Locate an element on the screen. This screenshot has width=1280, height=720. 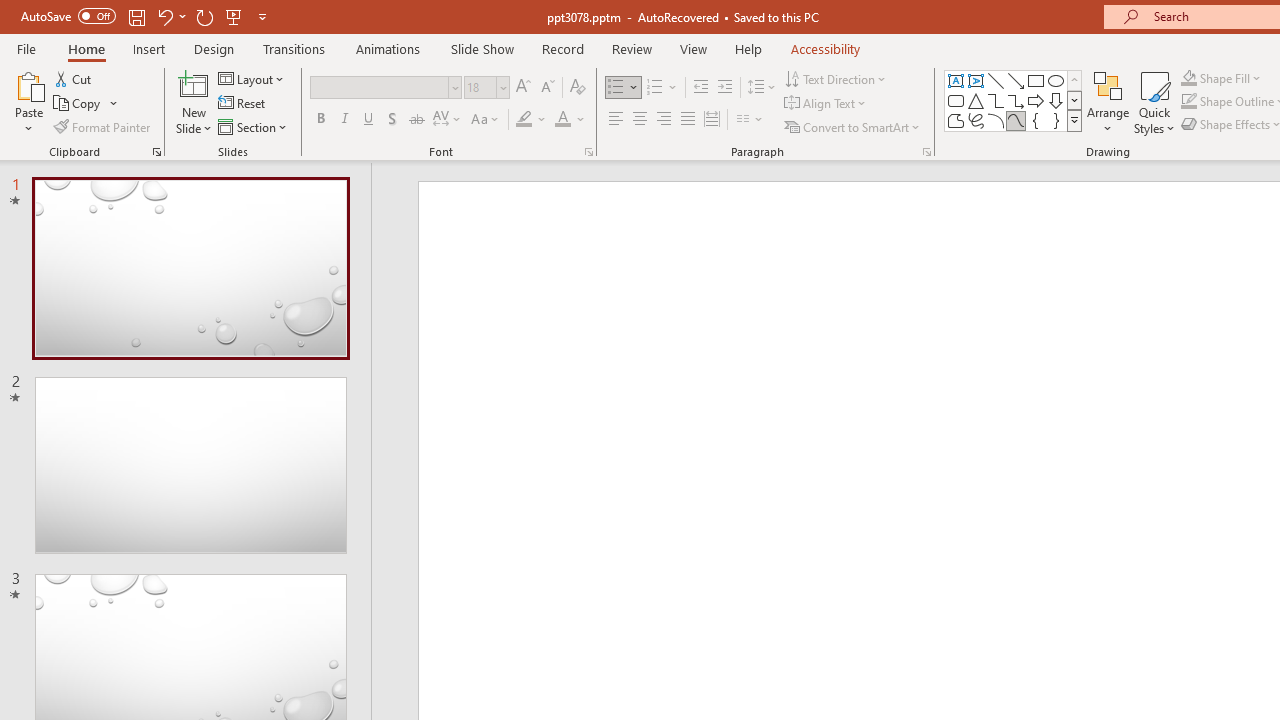
'Isosceles Triangle' is located at coordinates (976, 100).